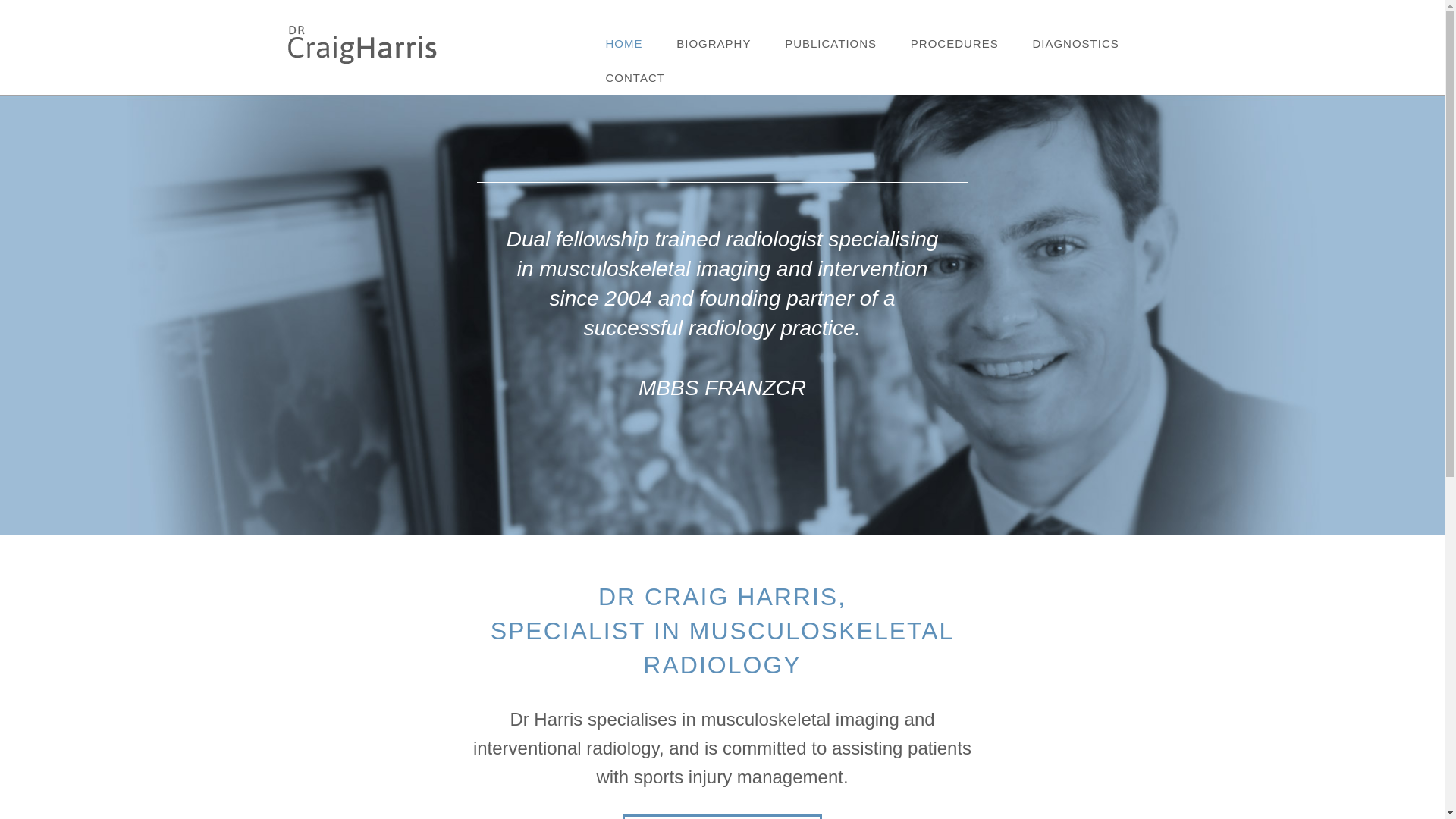 This screenshot has width=1456, height=819. What do you see at coordinates (360, 42) in the screenshot?
I see `'Dr Craig Harris'` at bounding box center [360, 42].